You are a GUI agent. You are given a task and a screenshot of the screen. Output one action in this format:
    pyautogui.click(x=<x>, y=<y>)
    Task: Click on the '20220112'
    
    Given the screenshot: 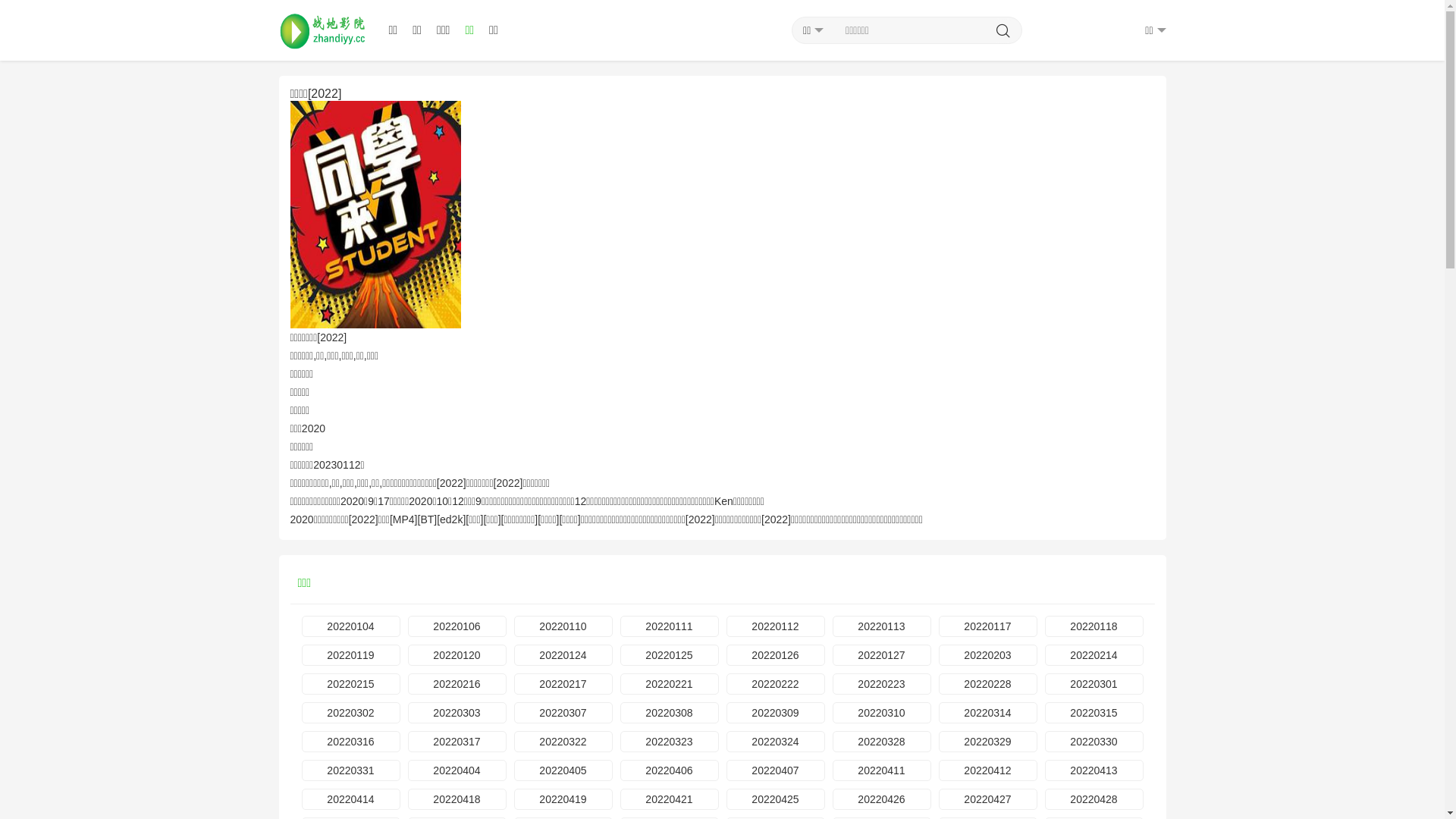 What is the action you would take?
    pyautogui.click(x=775, y=626)
    